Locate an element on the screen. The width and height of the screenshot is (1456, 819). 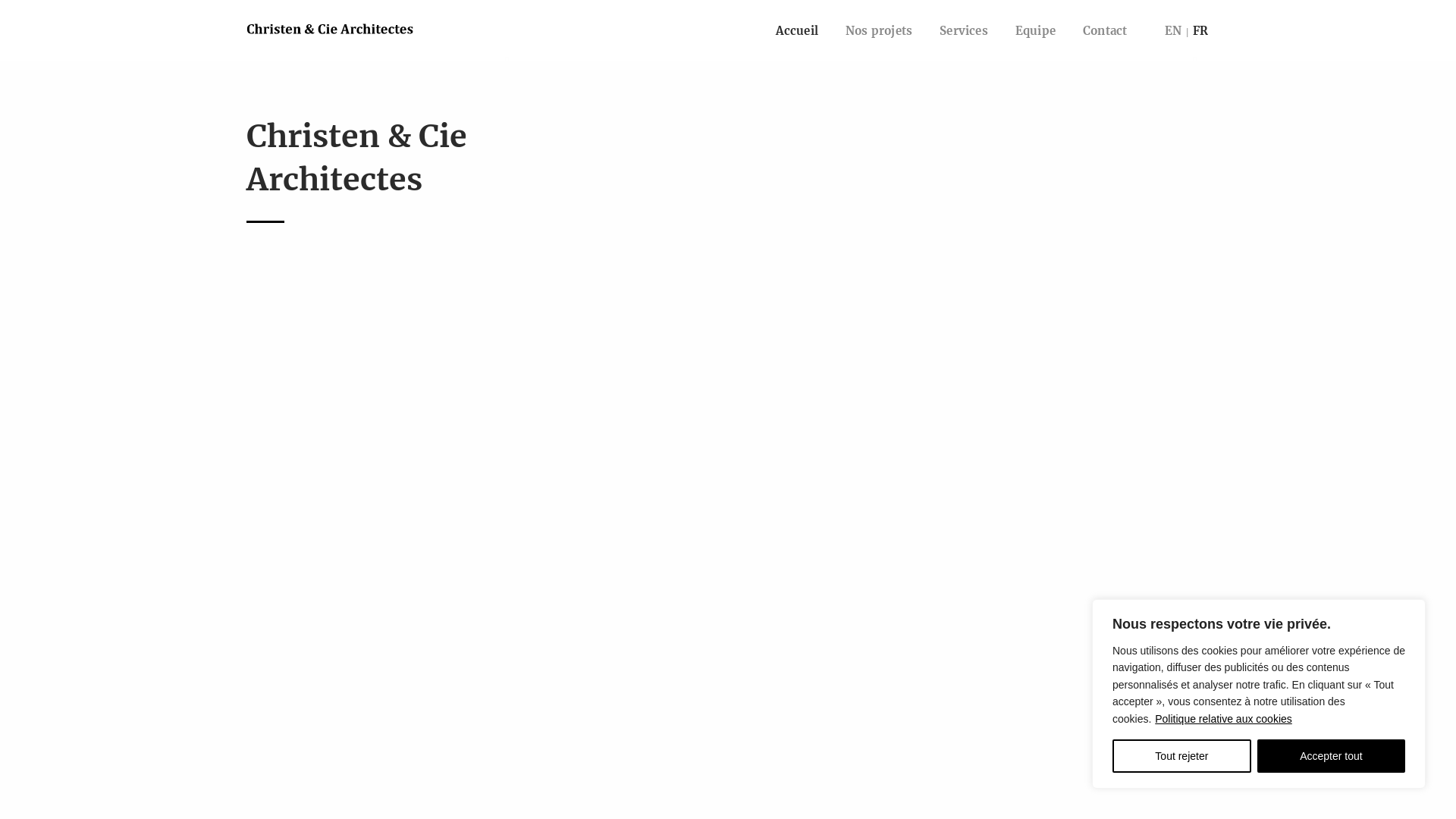
'Politique relative aux cookies' is located at coordinates (1153, 718).